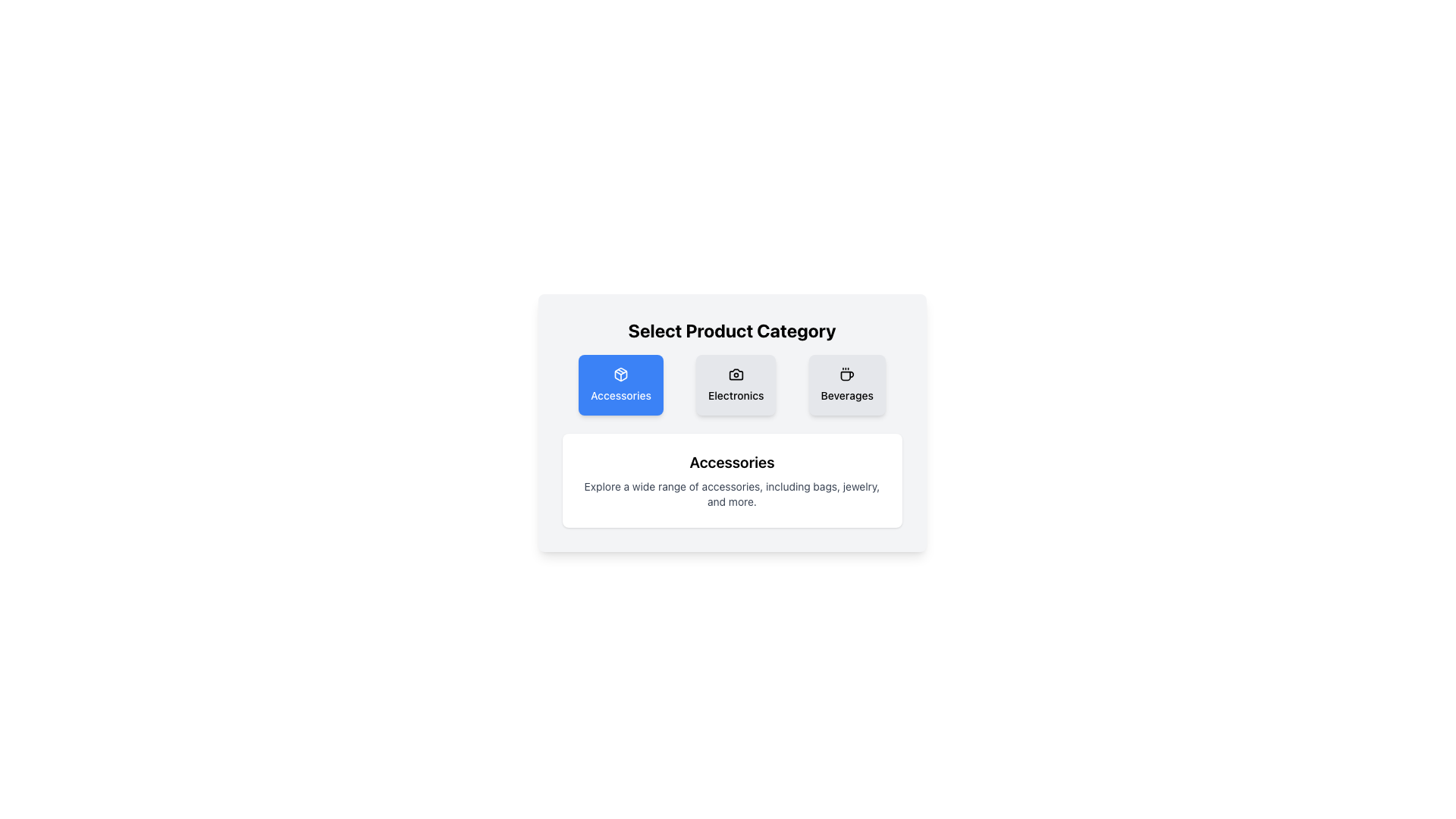  I want to click on the 'Accessories' icon located within the blue square card representing the 'Accessories' category, so click(621, 374).